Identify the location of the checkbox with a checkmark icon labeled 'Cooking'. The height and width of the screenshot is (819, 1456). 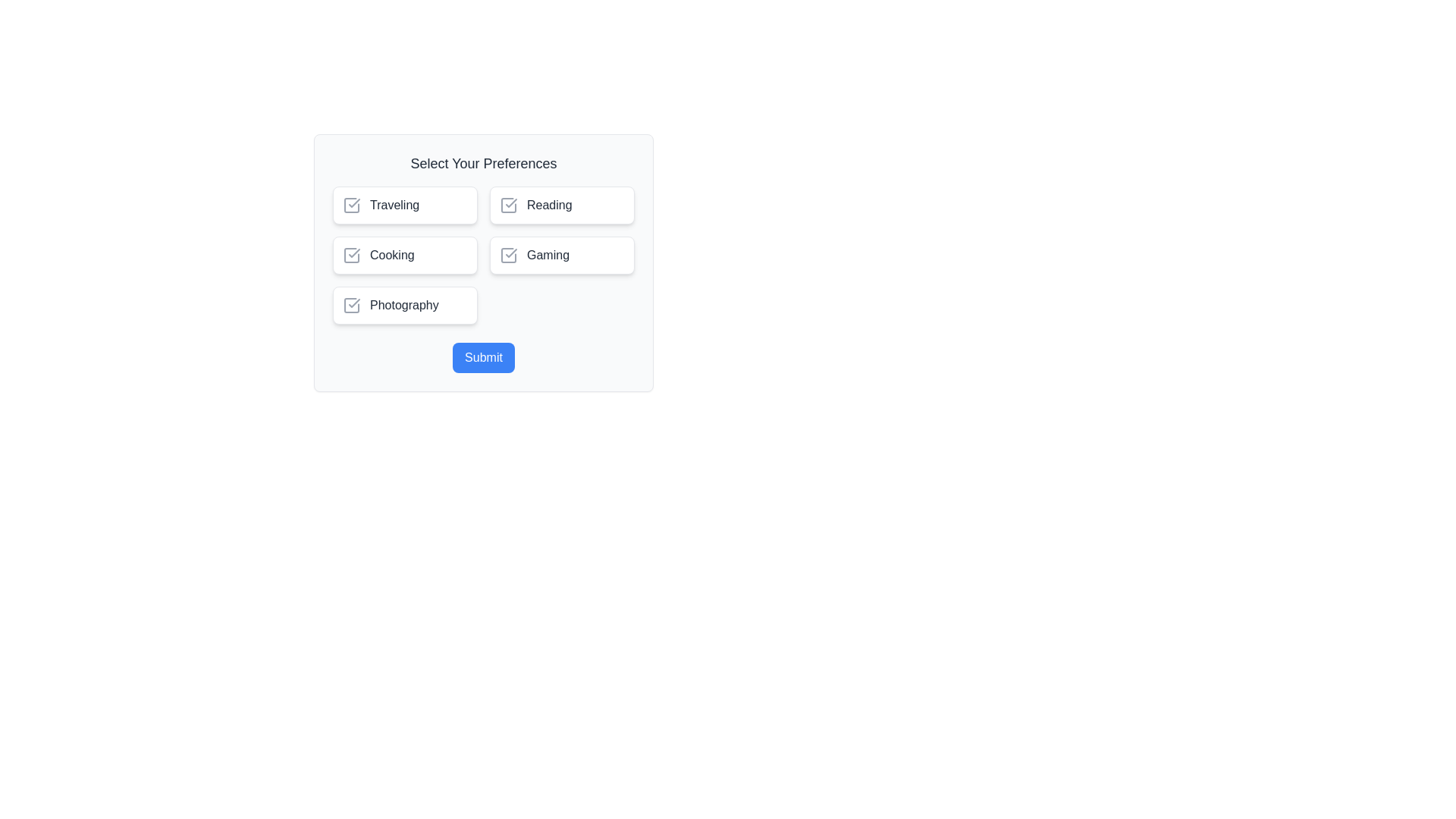
(351, 254).